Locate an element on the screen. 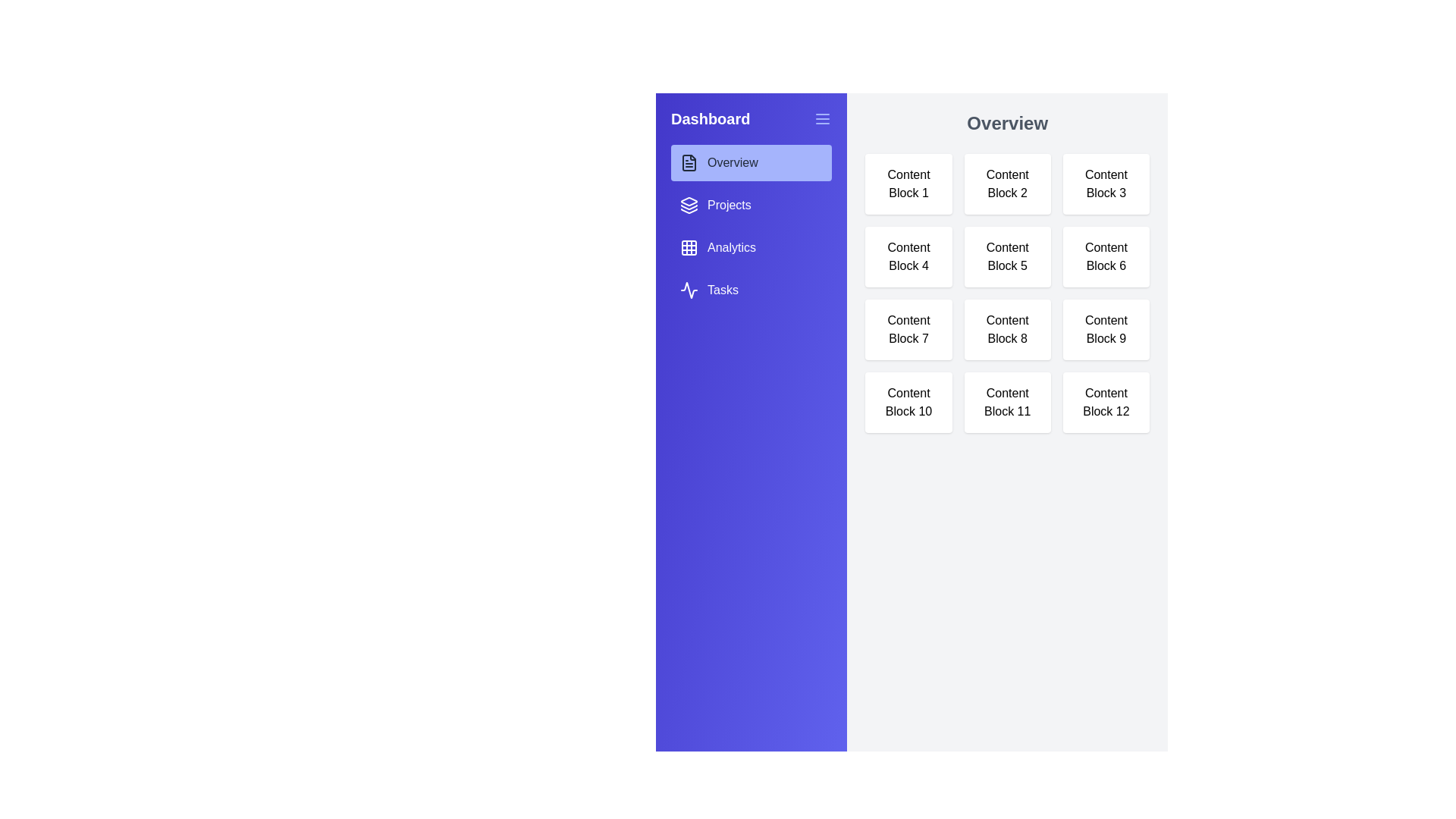  the tab Projects from the sidebar menu is located at coordinates (751, 205).